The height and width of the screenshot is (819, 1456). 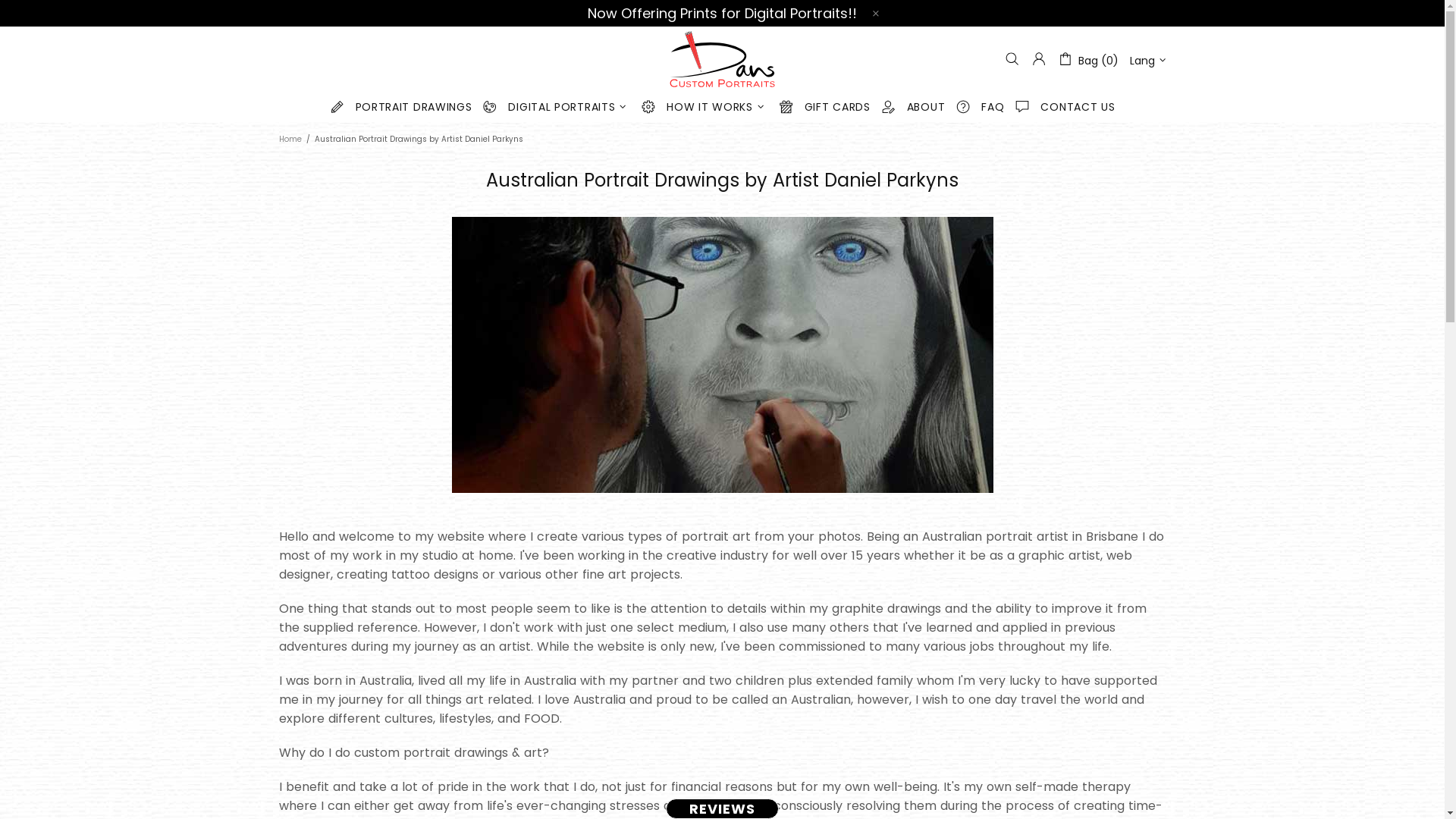 What do you see at coordinates (912, 106) in the screenshot?
I see `'ABOUT'` at bounding box center [912, 106].